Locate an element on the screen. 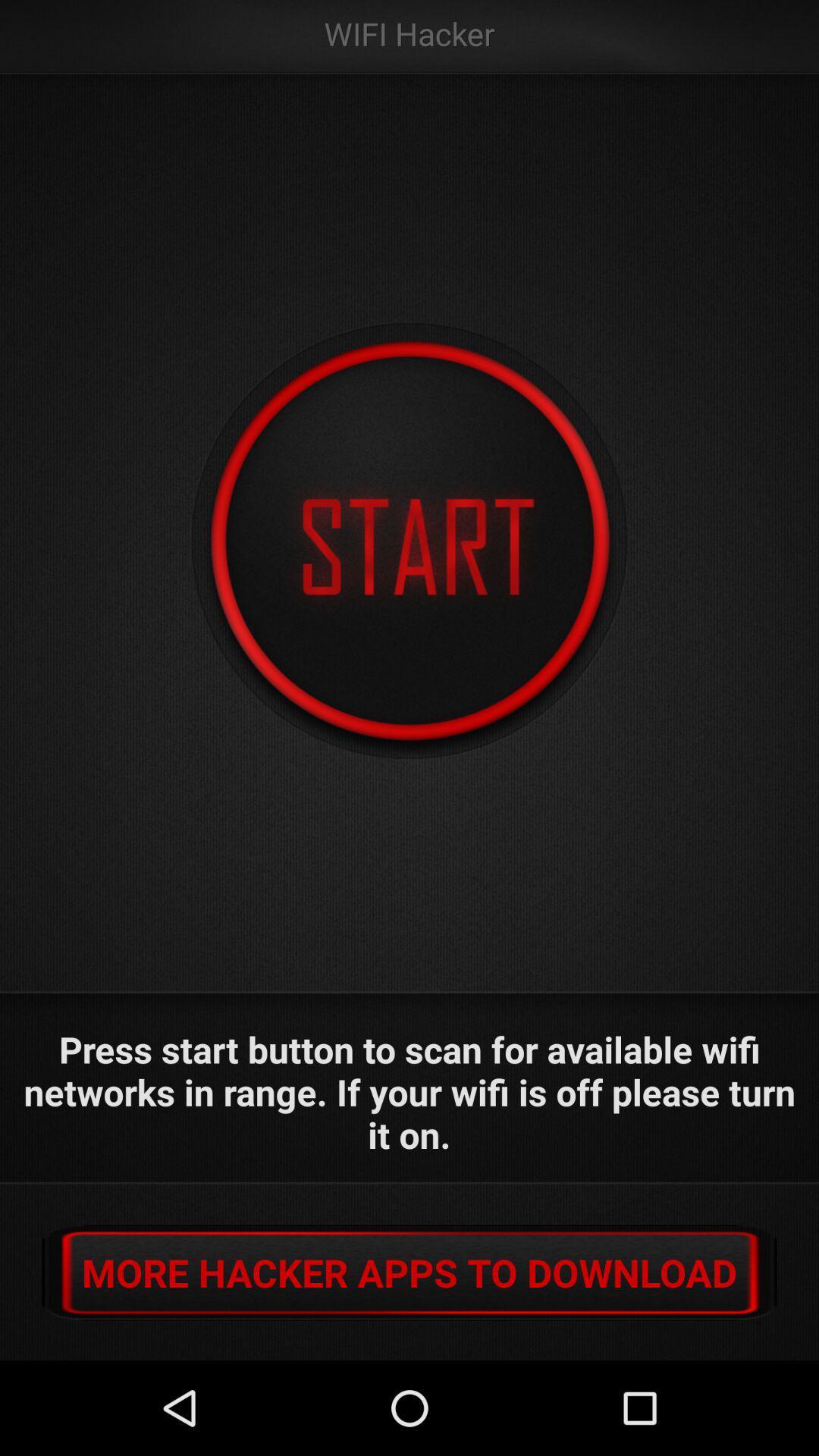 Image resolution: width=819 pixels, height=1456 pixels. start to scan is located at coordinates (409, 541).